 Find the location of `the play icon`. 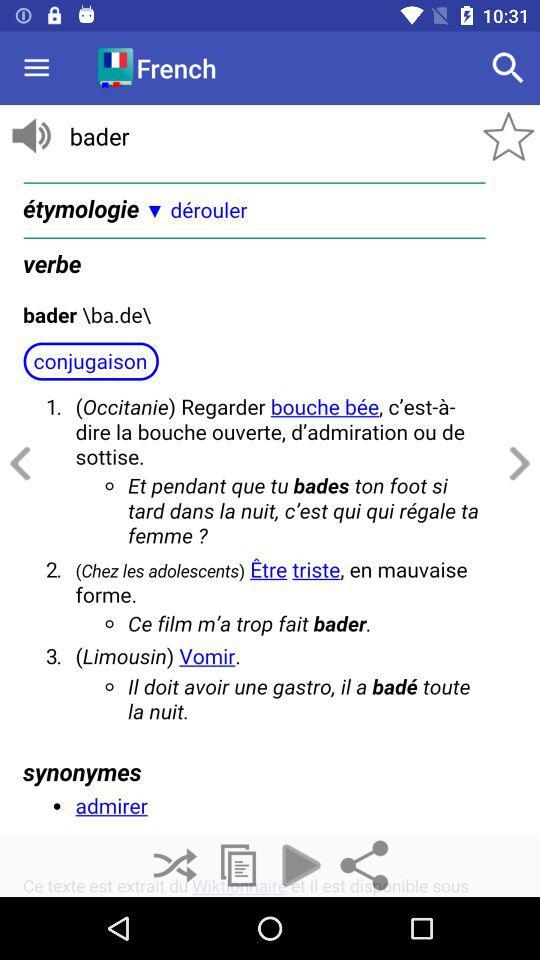

the play icon is located at coordinates (300, 864).